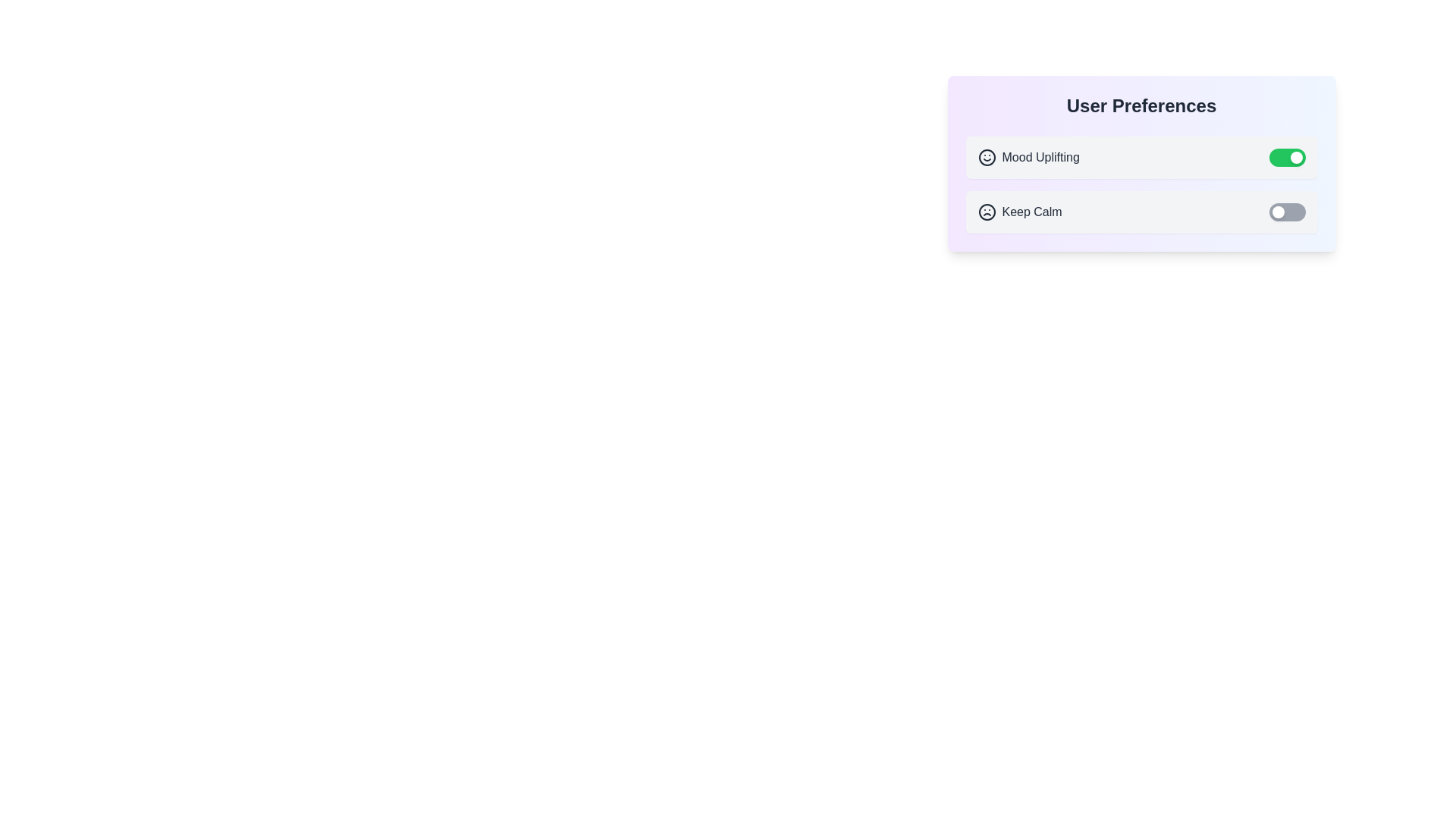  What do you see at coordinates (987, 158) in the screenshot?
I see `the SVG circle element that visually represents the smiley face icon for the 'Mood Uplifting' preference in the 'User Preferences' card` at bounding box center [987, 158].